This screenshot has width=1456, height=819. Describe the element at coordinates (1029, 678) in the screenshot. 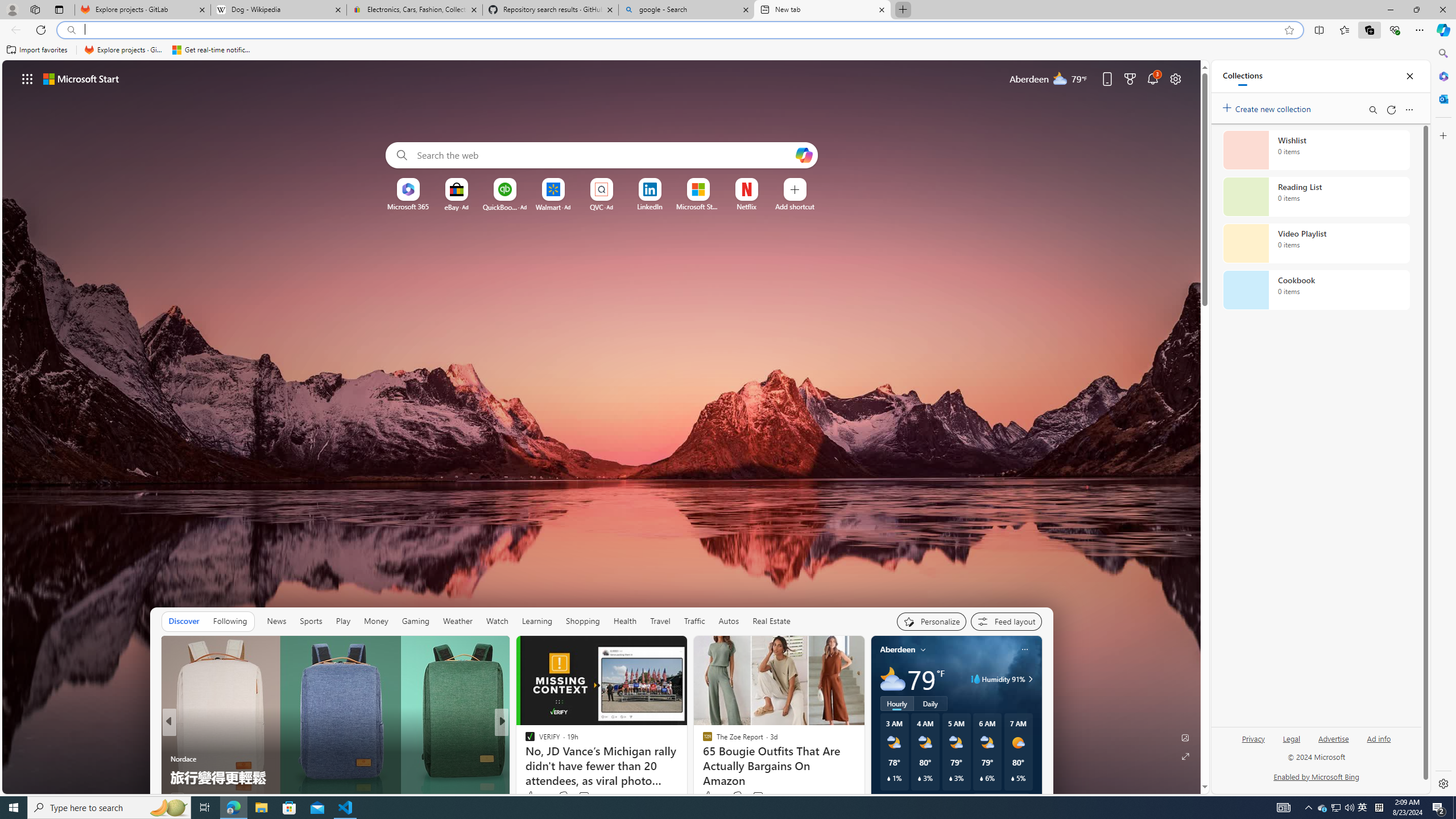

I see `'Class: weather-arrow-glyph'` at that location.